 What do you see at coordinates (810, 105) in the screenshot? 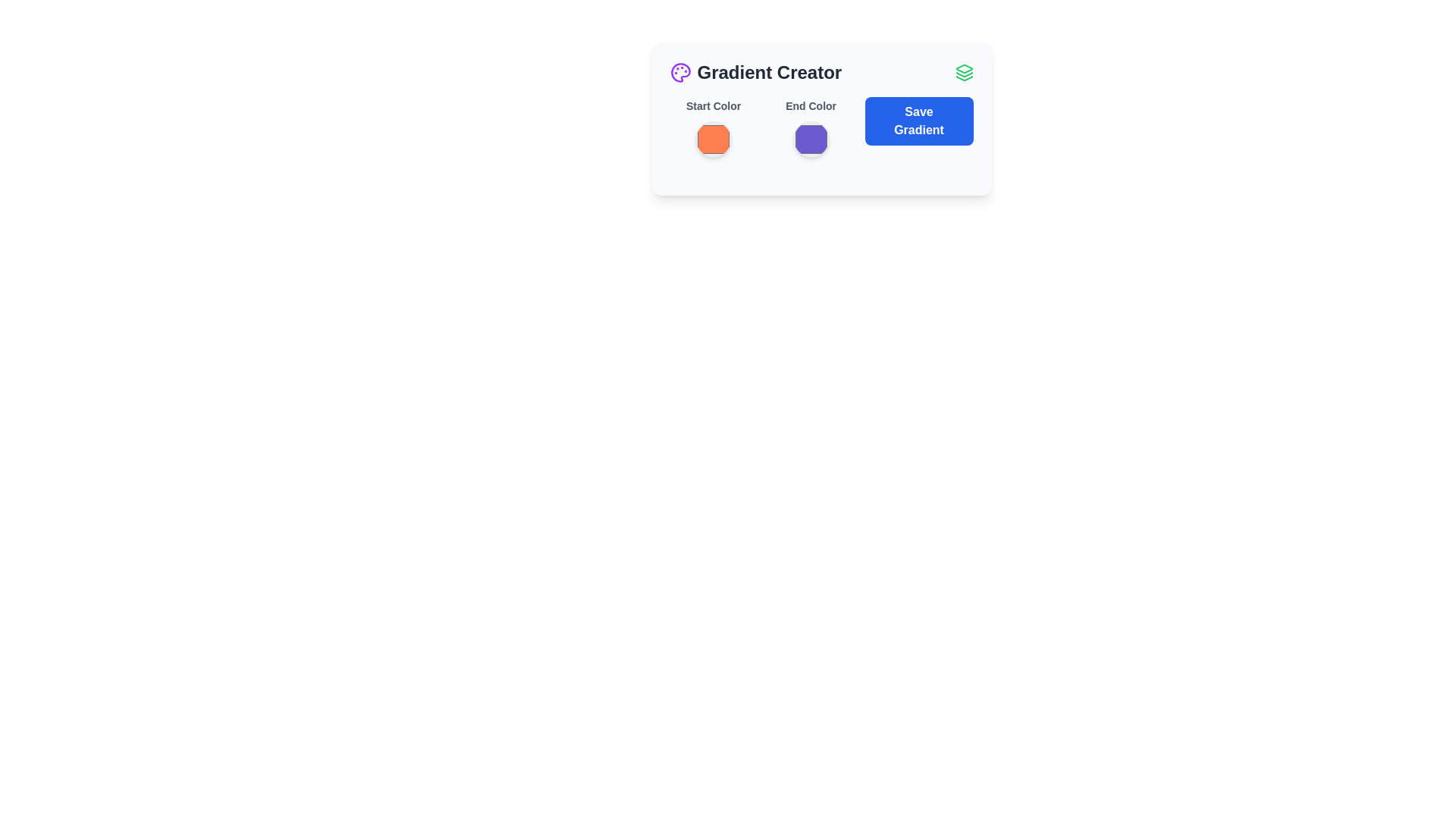
I see `the 'End Color' text label, which signifies the function of the associated color selector below it in the gradient creation tool` at bounding box center [810, 105].